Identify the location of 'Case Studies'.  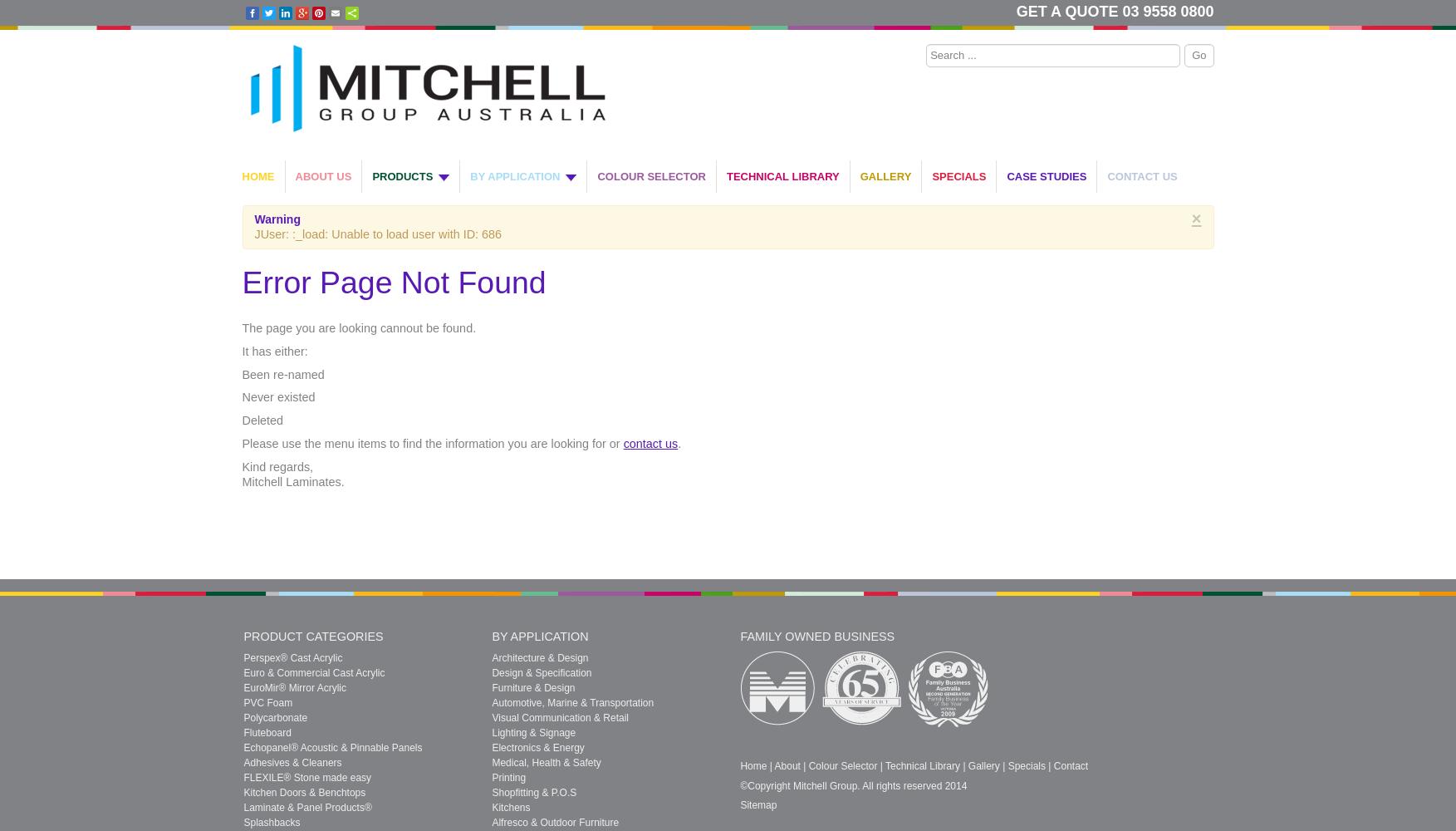
(1006, 175).